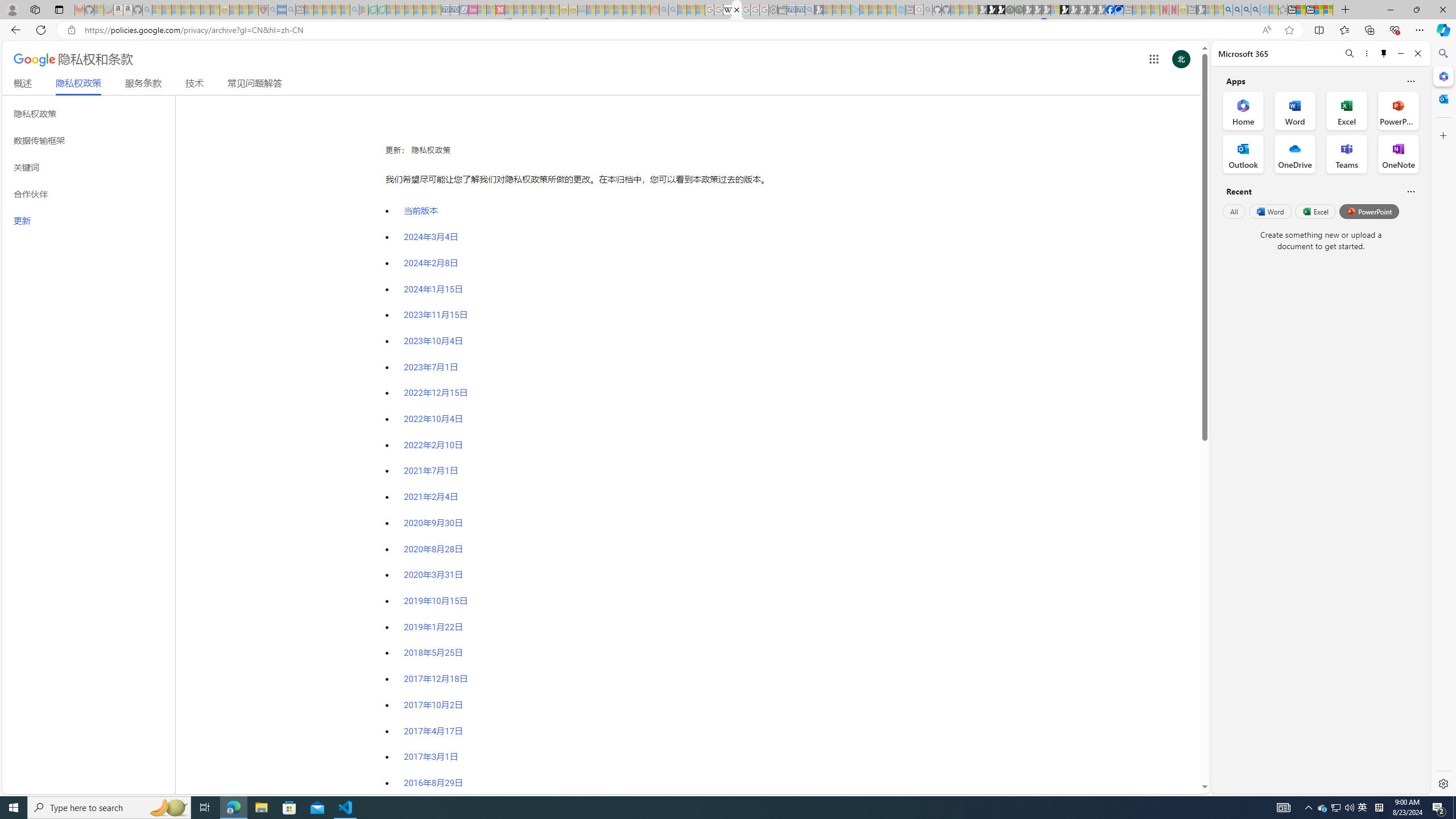 This screenshot has height=819, width=1456. Describe the element at coordinates (1347, 154) in the screenshot. I see `'Teams Office App'` at that location.